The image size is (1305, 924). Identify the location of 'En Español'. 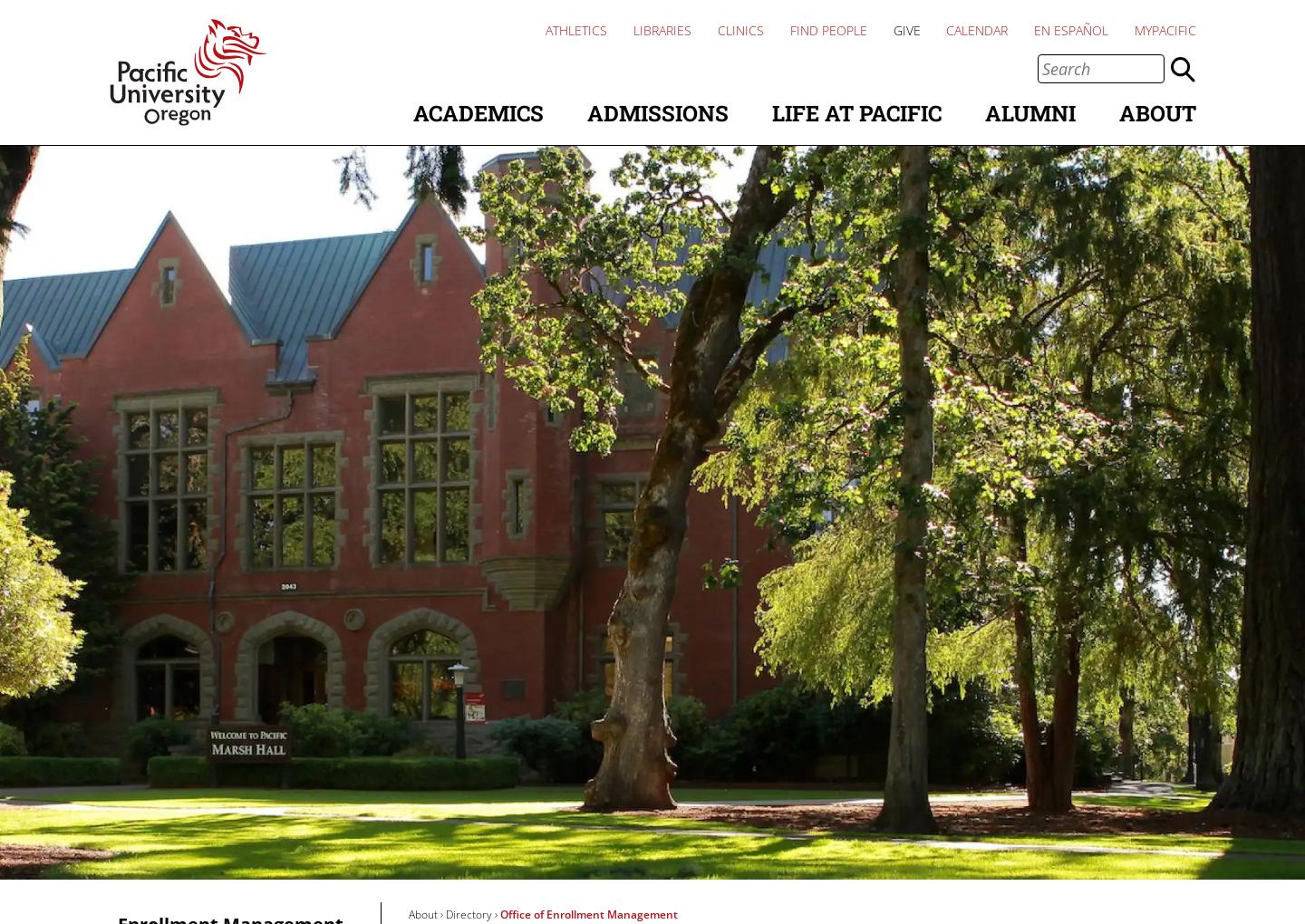
(1034, 29).